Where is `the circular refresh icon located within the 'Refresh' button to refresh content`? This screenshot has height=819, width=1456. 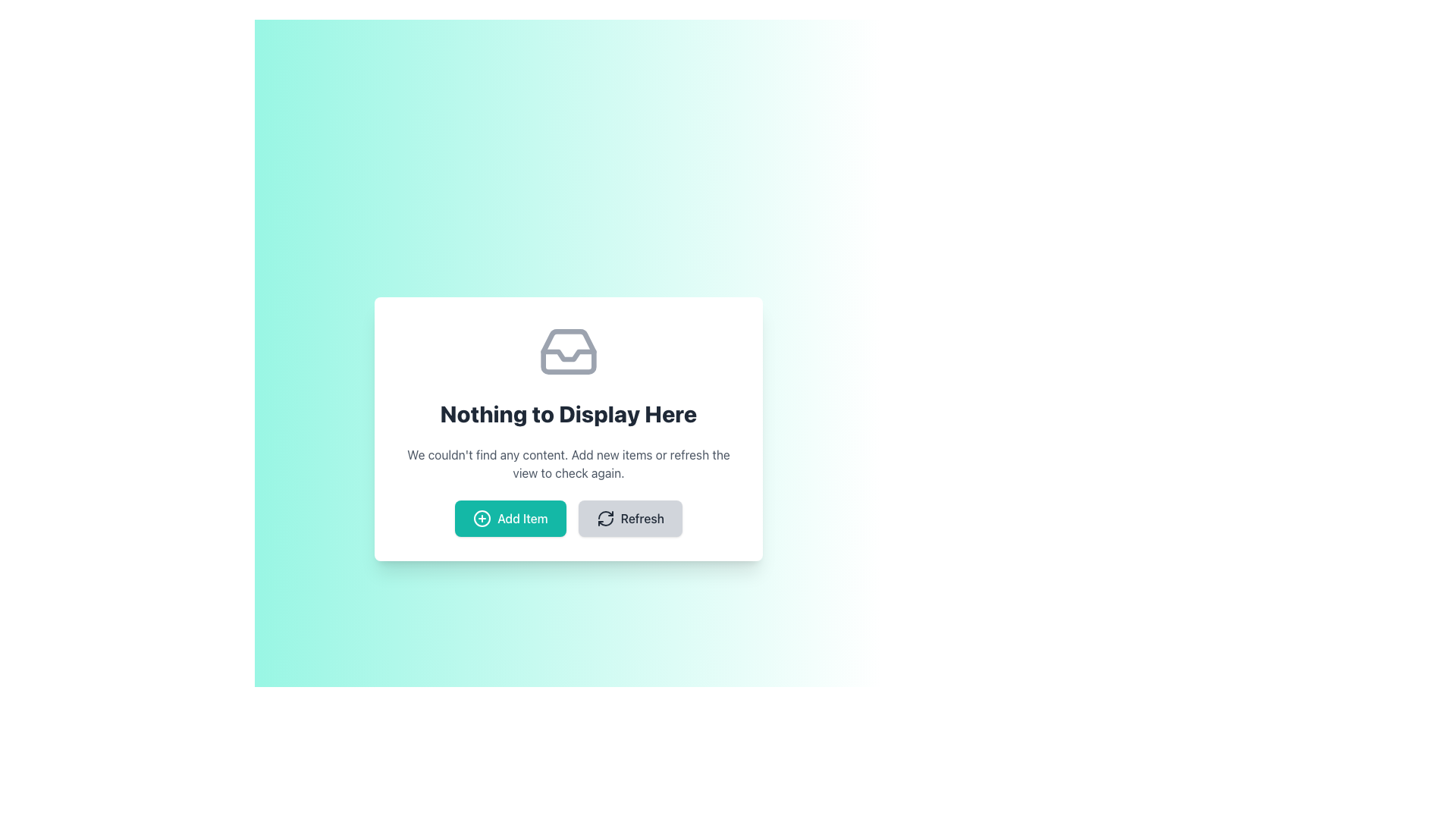 the circular refresh icon located within the 'Refresh' button to refresh content is located at coordinates (604, 517).